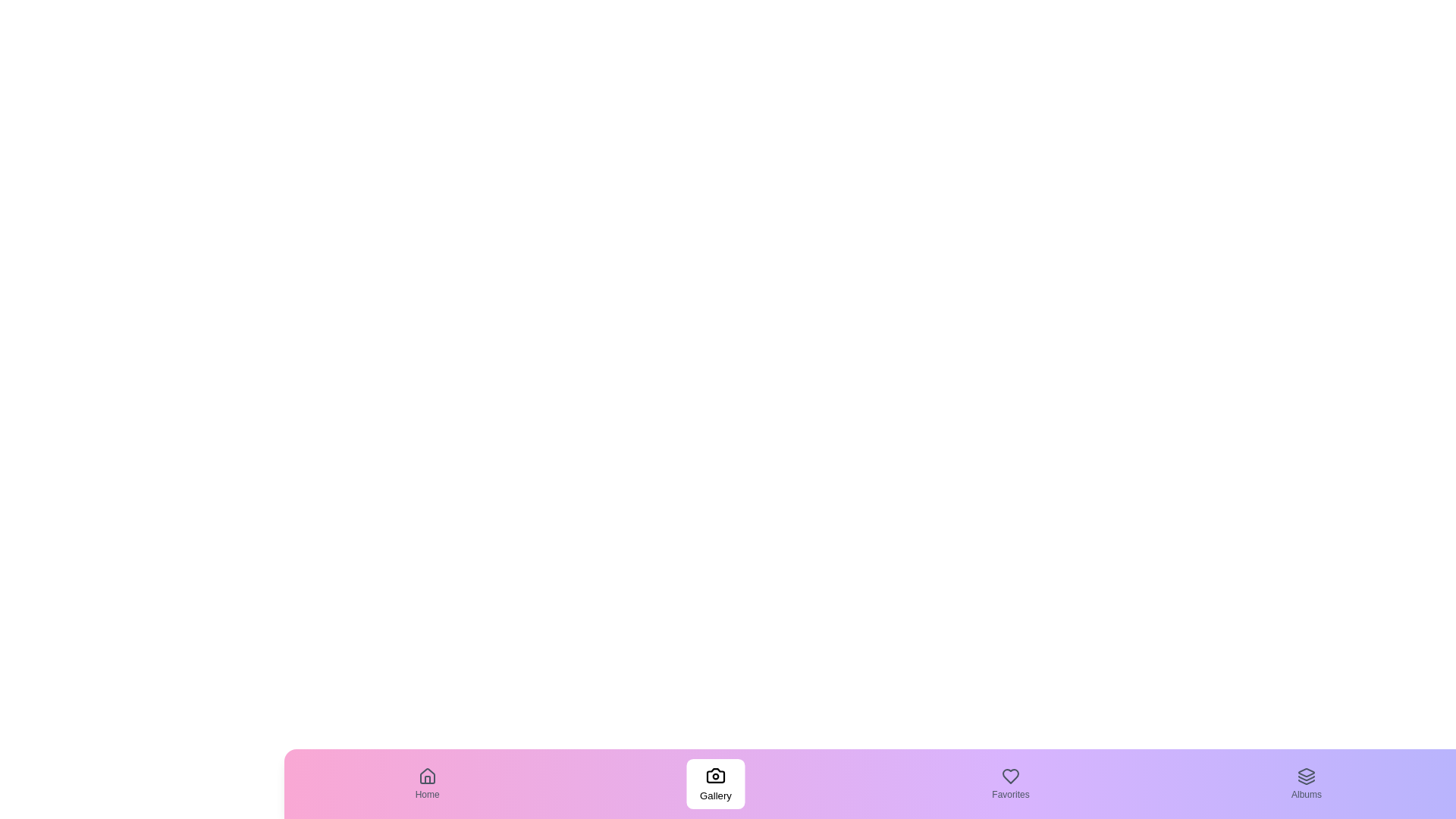 This screenshot has width=1456, height=819. Describe the element at coordinates (426, 783) in the screenshot. I see `the tab labeled Home to observe its hover effect` at that location.